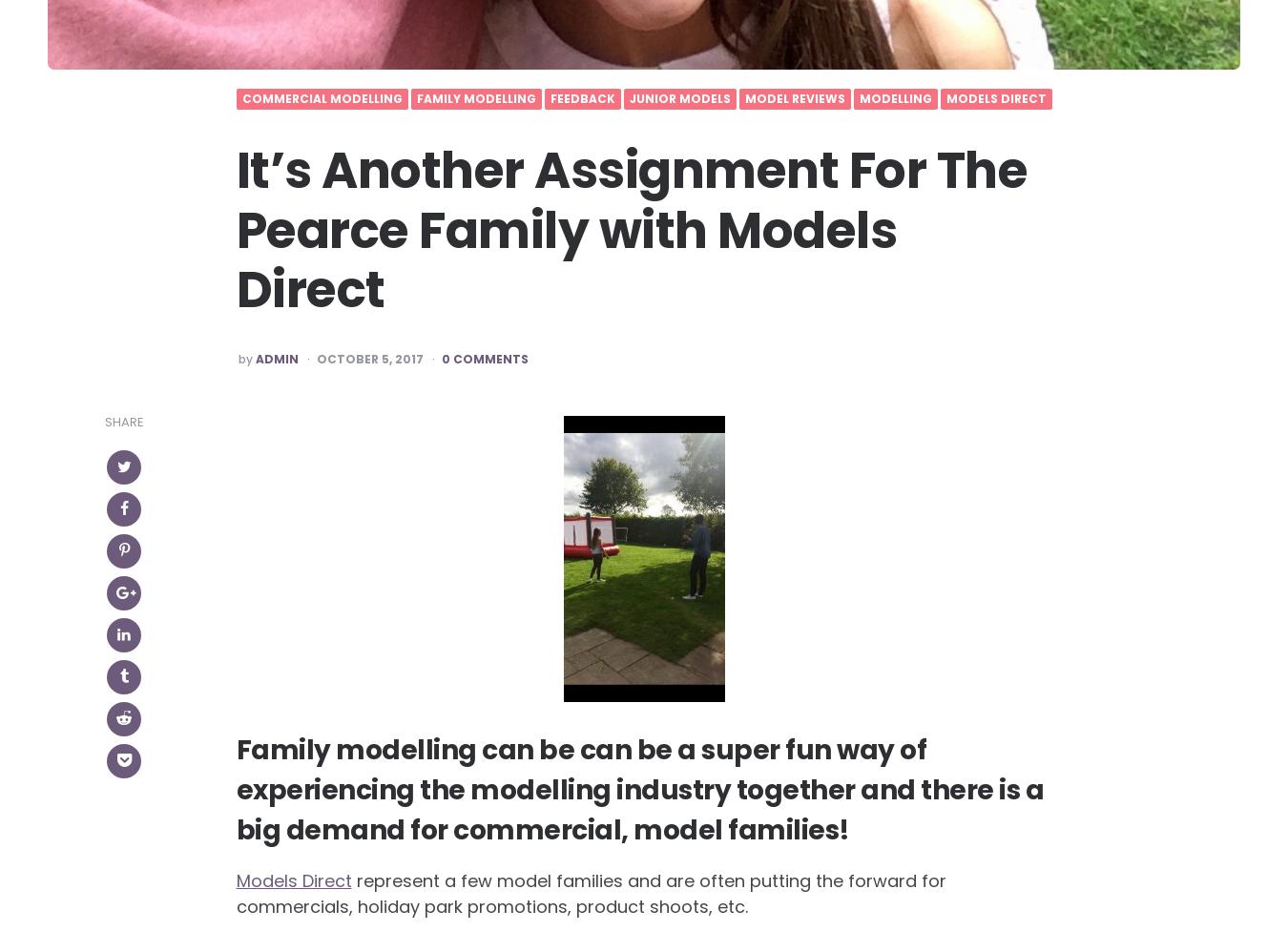 Image resolution: width=1288 pixels, height=931 pixels. I want to click on 'Models Direct', so click(292, 879).